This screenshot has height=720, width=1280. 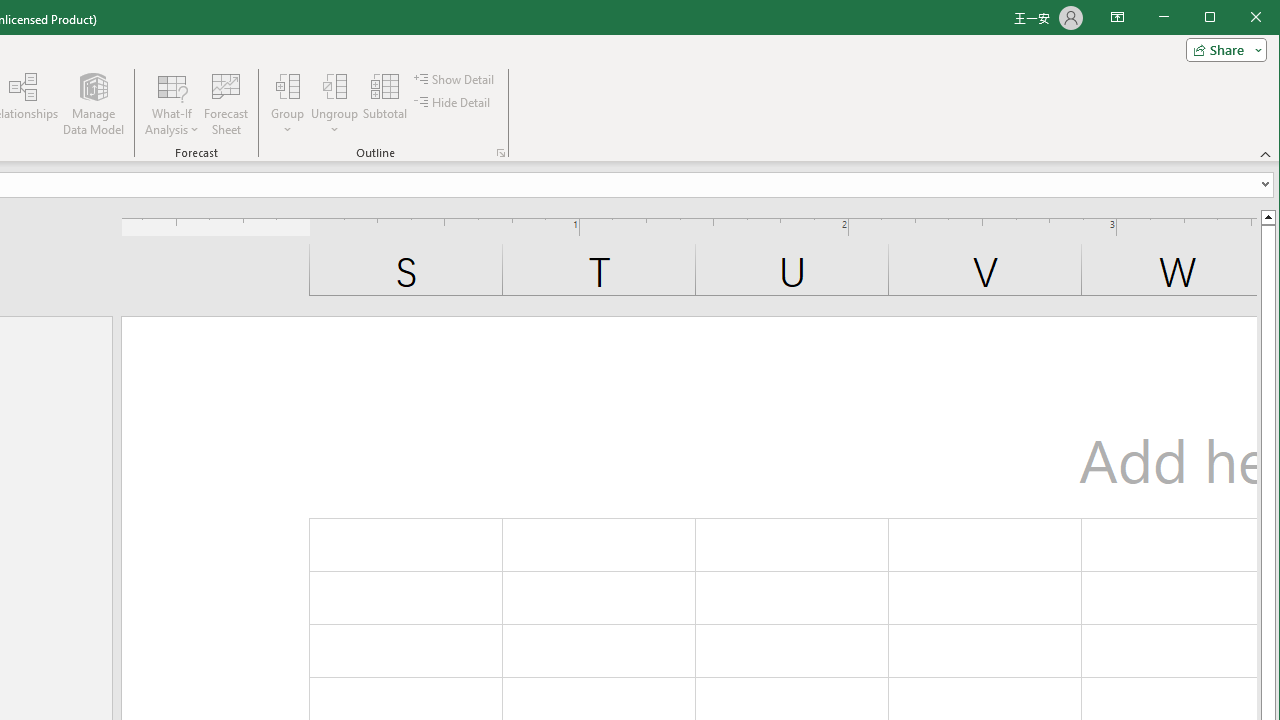 What do you see at coordinates (1221, 49) in the screenshot?
I see `'Share'` at bounding box center [1221, 49].